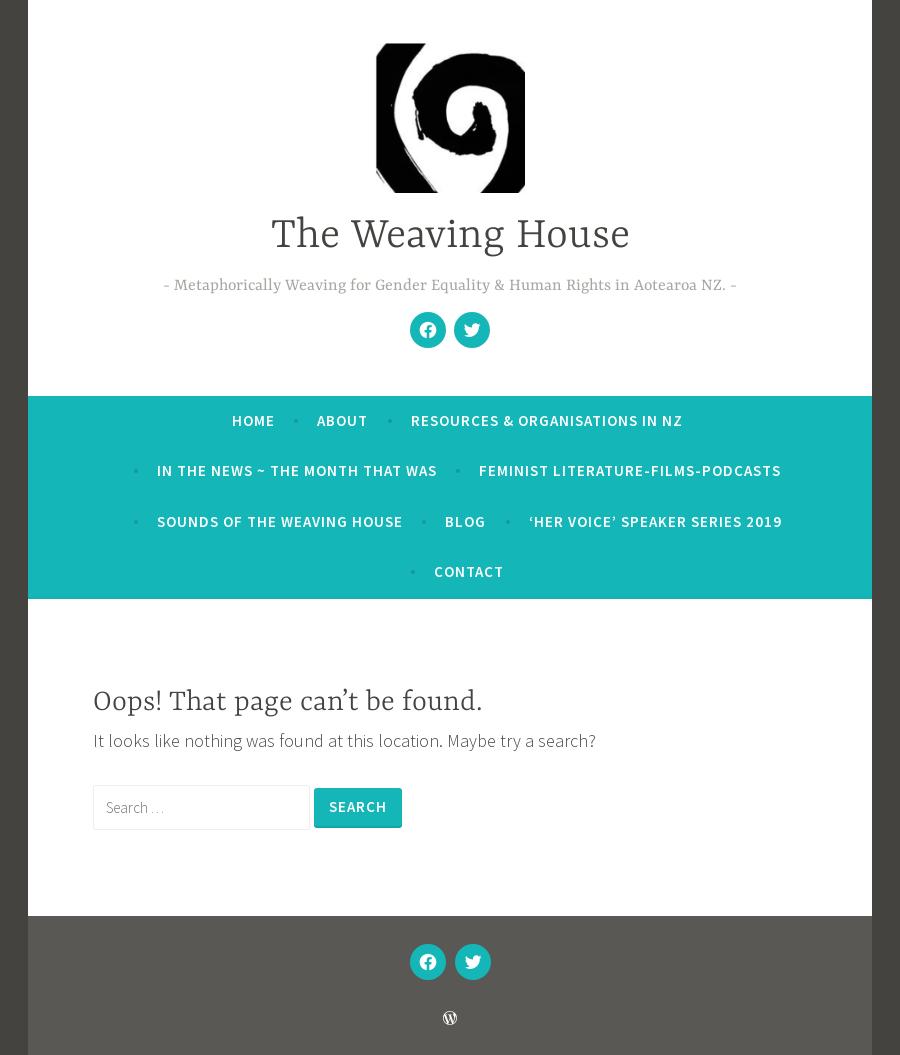 The width and height of the screenshot is (900, 1055). I want to click on 'Feminist Literature-Films-Podcasts', so click(630, 470).